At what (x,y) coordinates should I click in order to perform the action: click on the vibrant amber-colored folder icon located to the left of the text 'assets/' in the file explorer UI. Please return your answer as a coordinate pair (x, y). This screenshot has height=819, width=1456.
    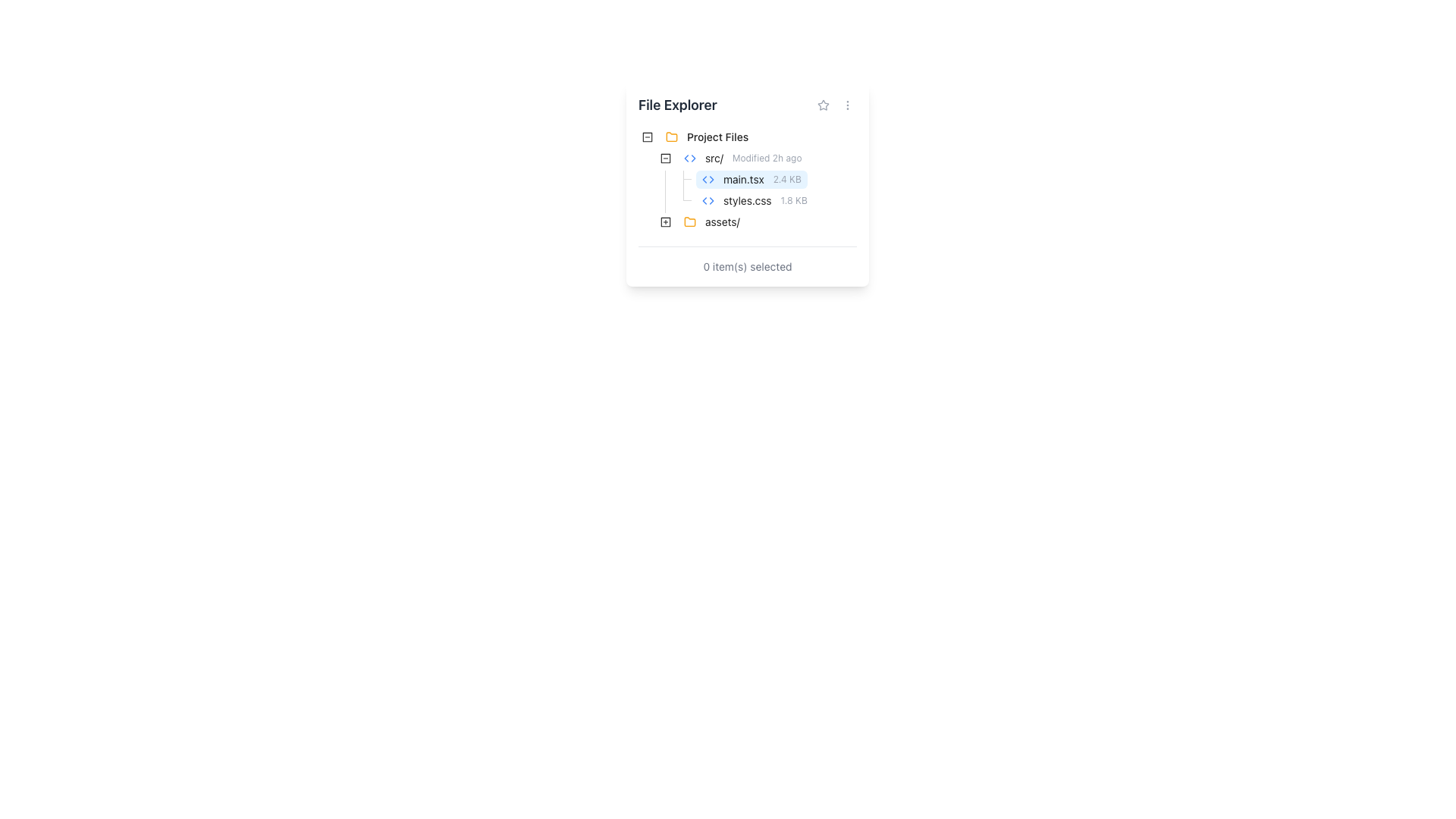
    Looking at the image, I should click on (689, 222).